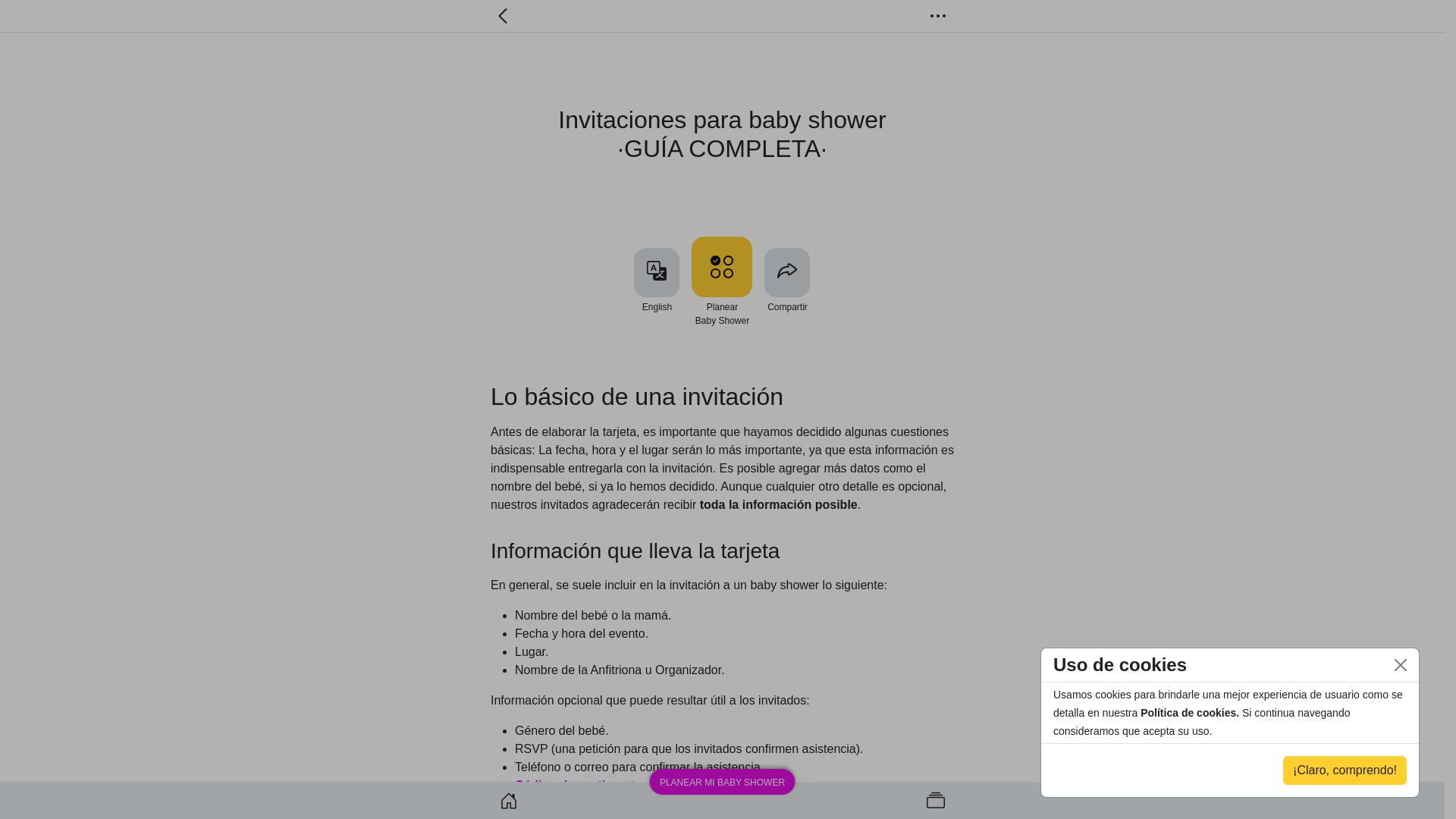 This screenshot has width=1456, height=819. I want to click on 'Baby shower home', so click(509, 799).